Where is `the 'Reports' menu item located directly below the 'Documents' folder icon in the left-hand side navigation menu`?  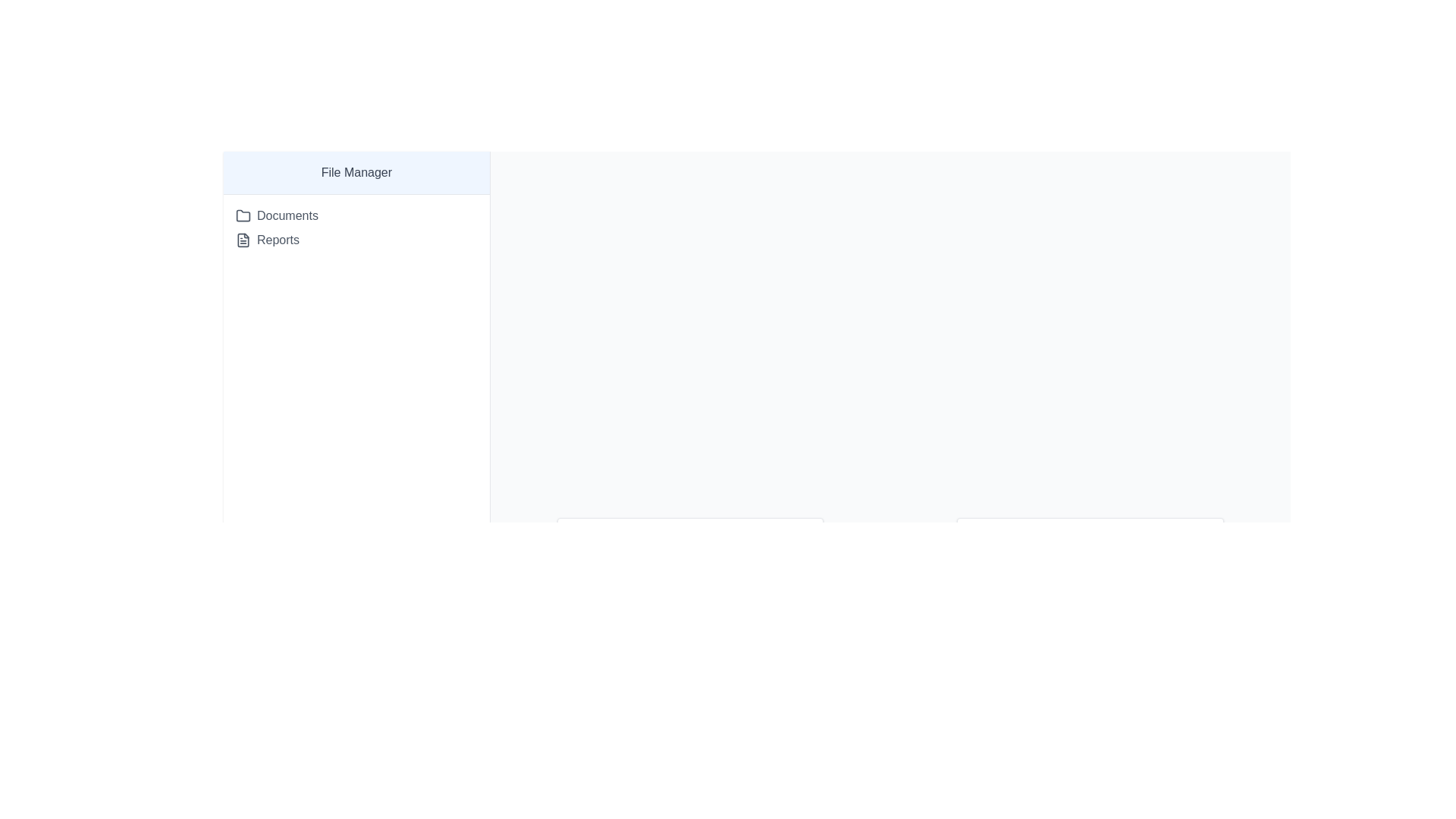 the 'Reports' menu item located directly below the 'Documents' folder icon in the left-hand side navigation menu is located at coordinates (268, 239).